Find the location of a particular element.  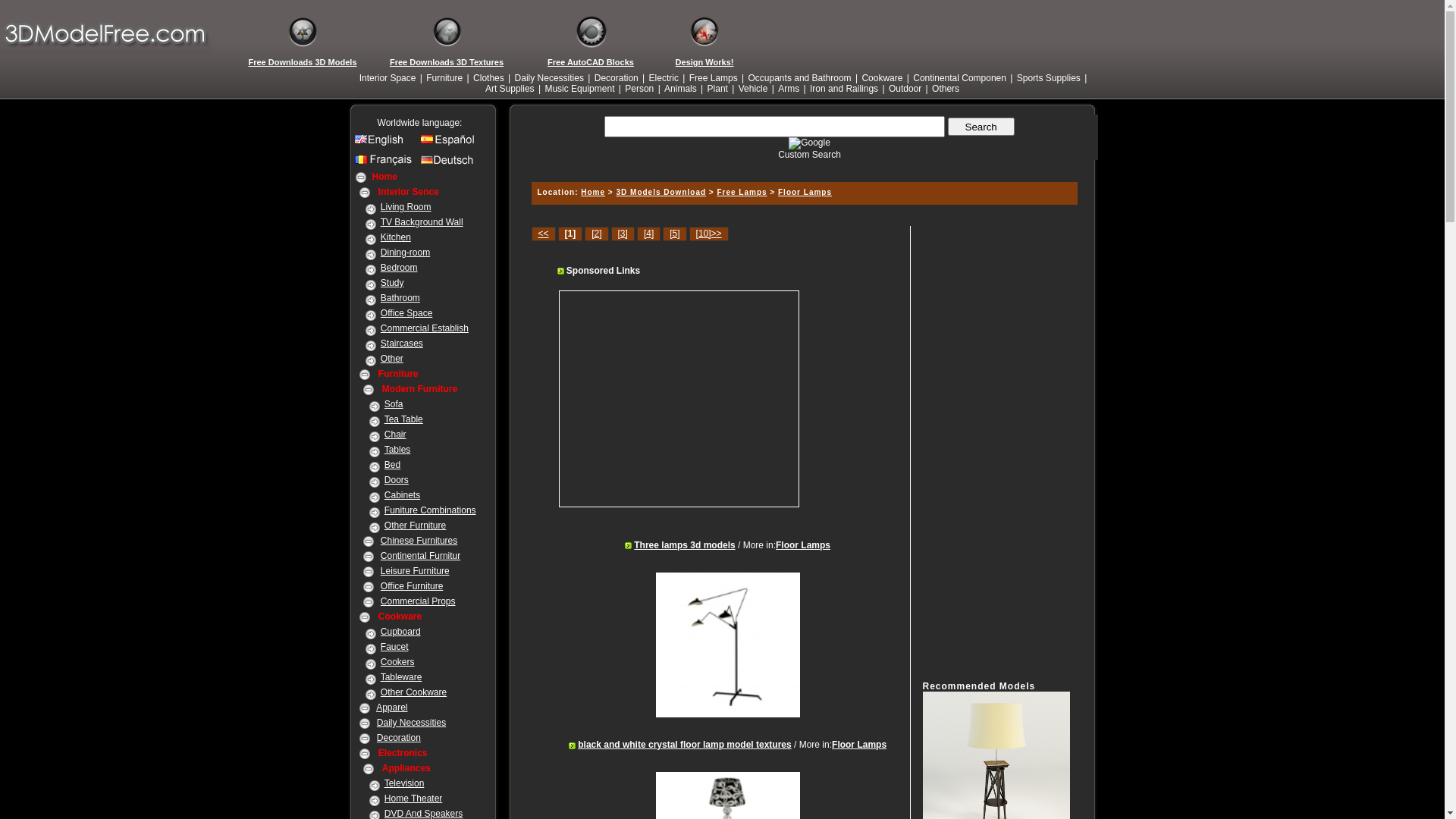

'Continental Componen' is located at coordinates (959, 78).